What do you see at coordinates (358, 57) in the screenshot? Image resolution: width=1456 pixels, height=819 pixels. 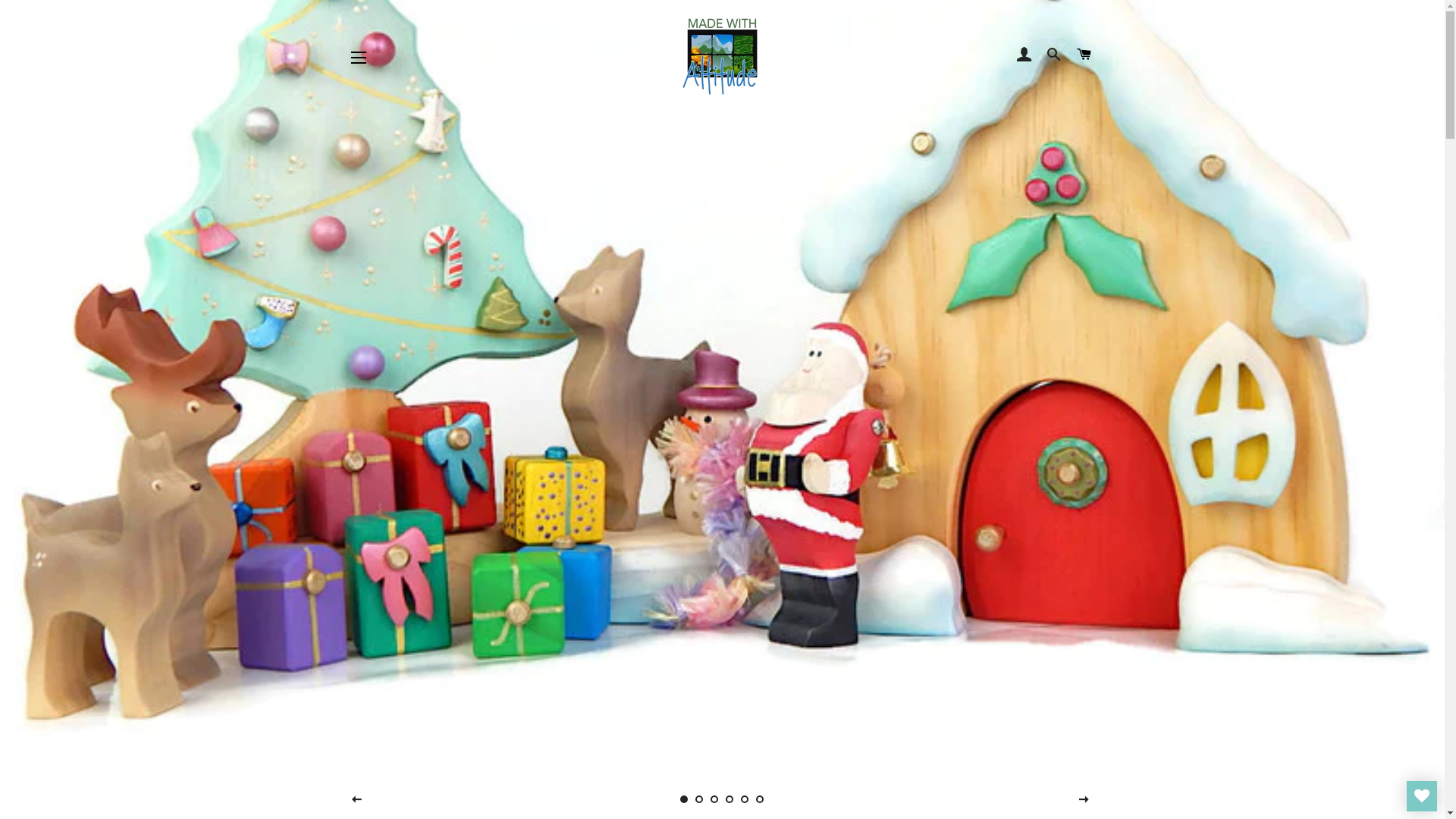 I see `'SITE NAVIGATION'` at bounding box center [358, 57].